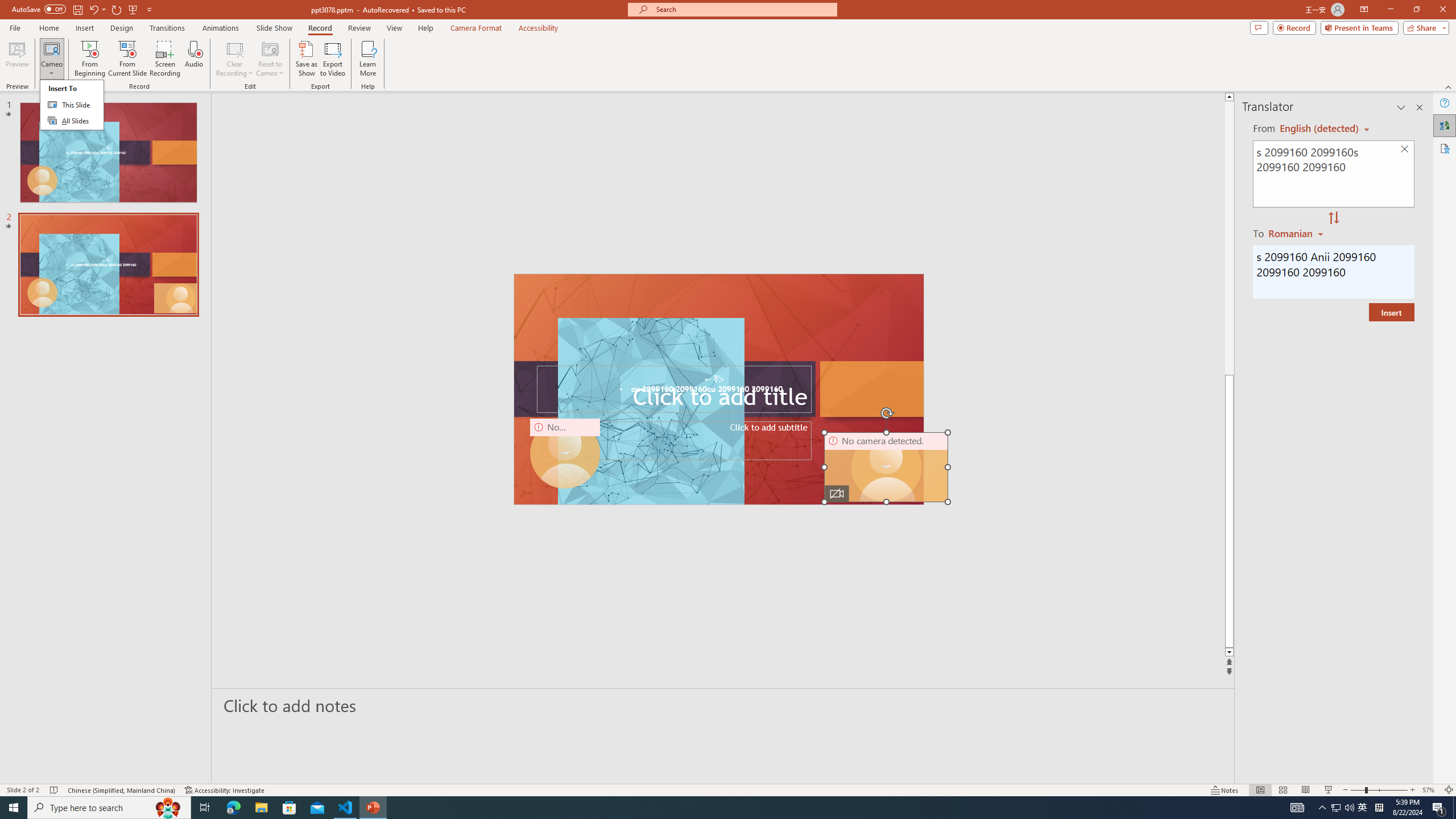 The image size is (1456, 819). I want to click on 'Clear Recording', so click(234, 59).